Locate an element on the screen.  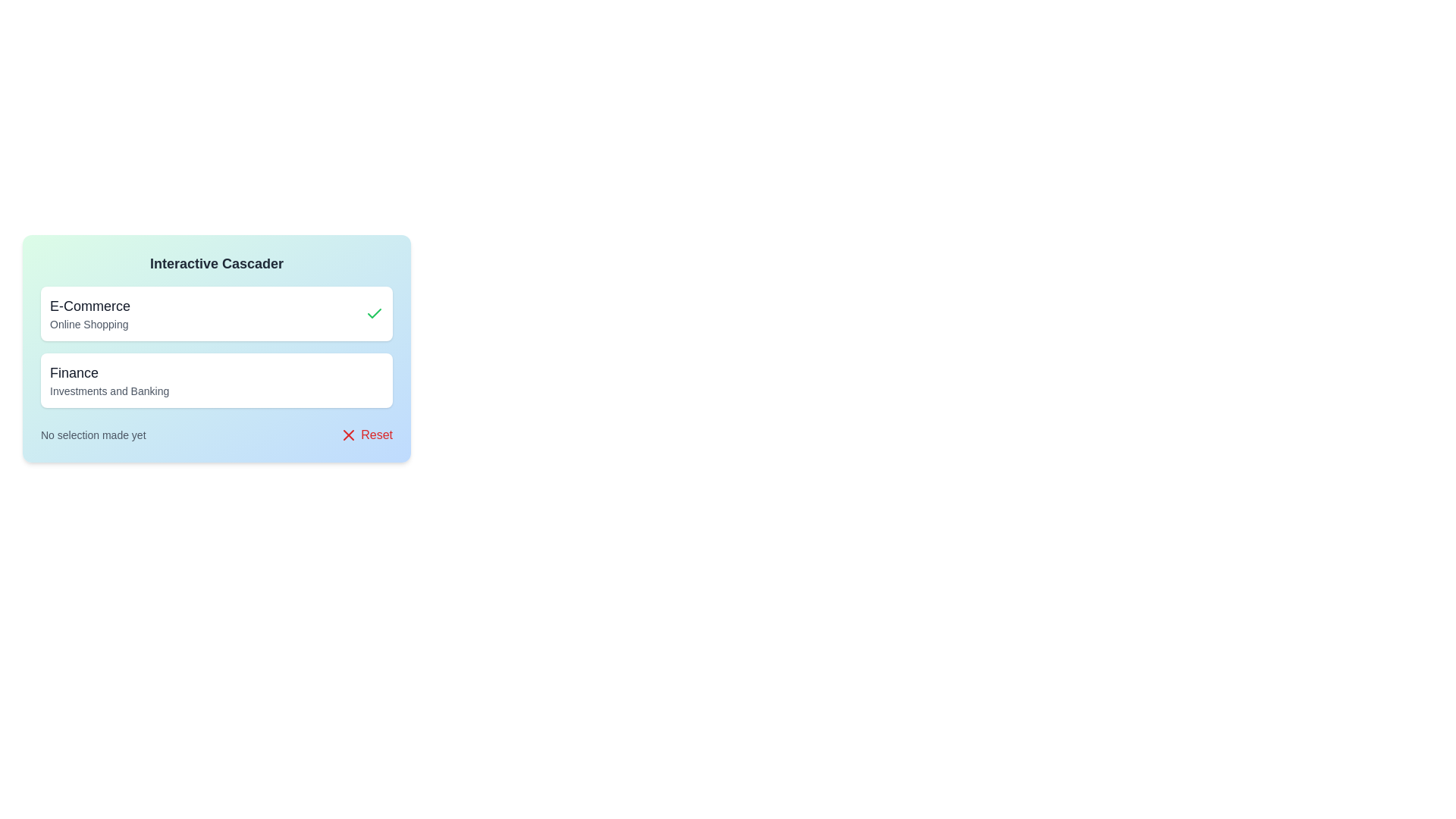
the static text label displaying 'Online Shopping', which is positioned directly below the 'E-Commerce' title is located at coordinates (89, 324).